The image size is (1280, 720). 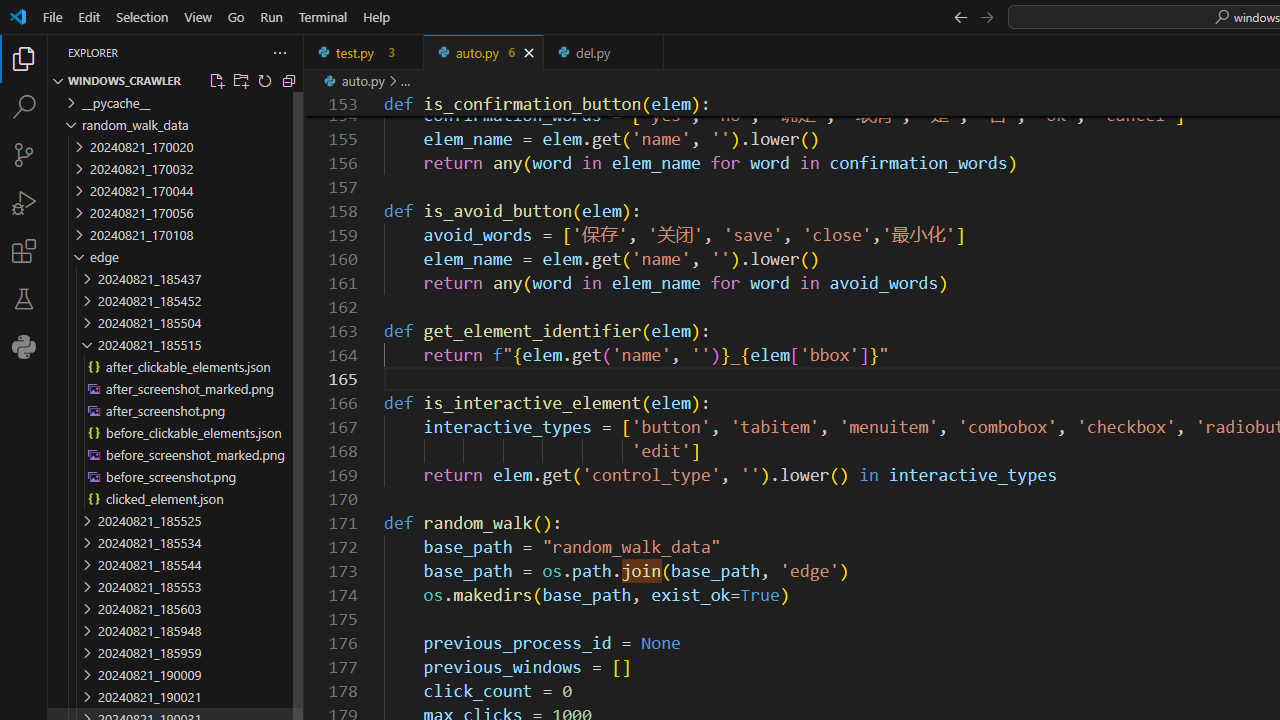 I want to click on 'Explorer Section: windows_crawler', so click(x=176, y=80).